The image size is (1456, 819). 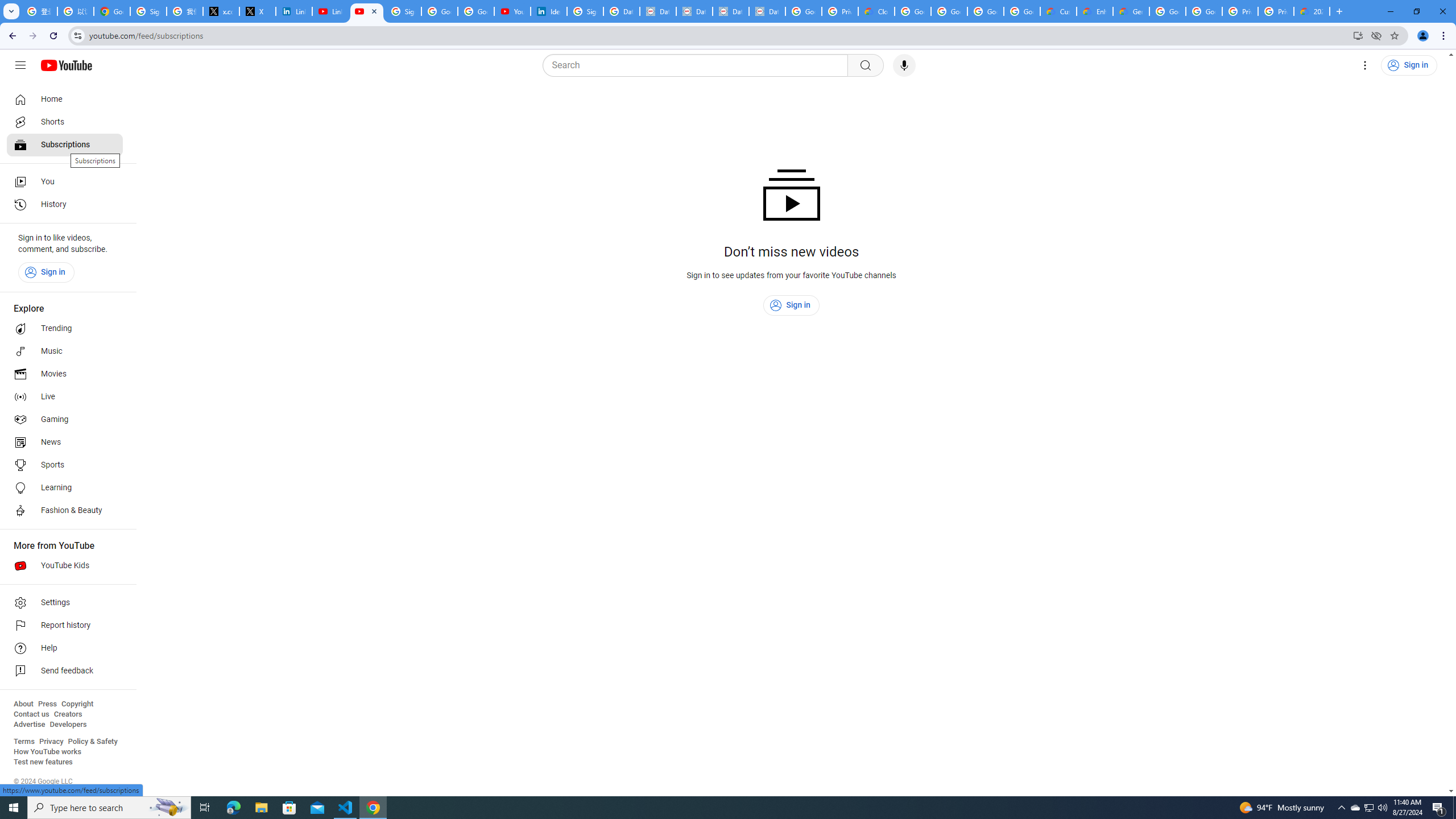 What do you see at coordinates (64, 144) in the screenshot?
I see `'Subscriptions'` at bounding box center [64, 144].